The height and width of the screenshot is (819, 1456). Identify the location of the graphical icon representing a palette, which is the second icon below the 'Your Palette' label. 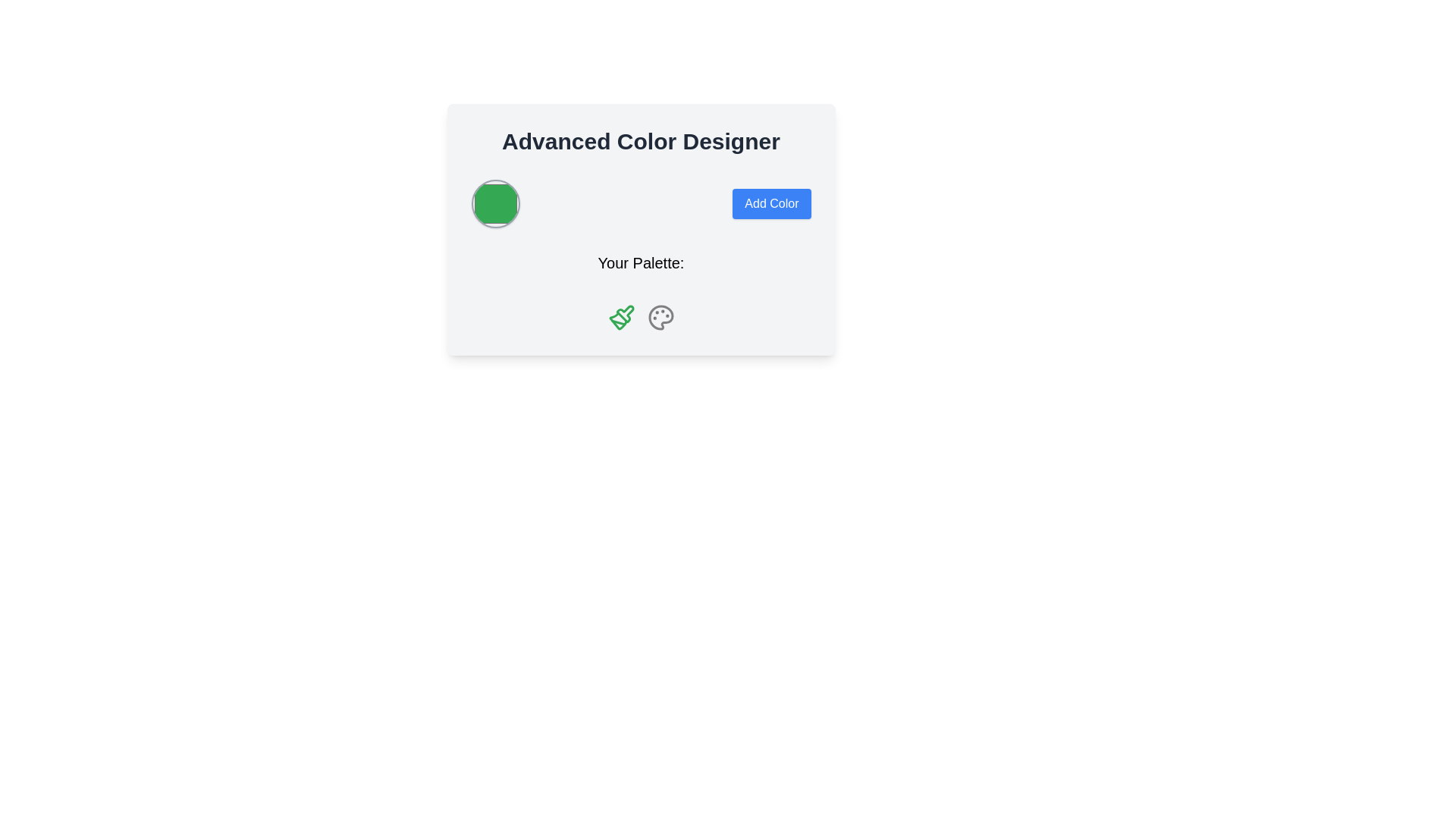
(661, 317).